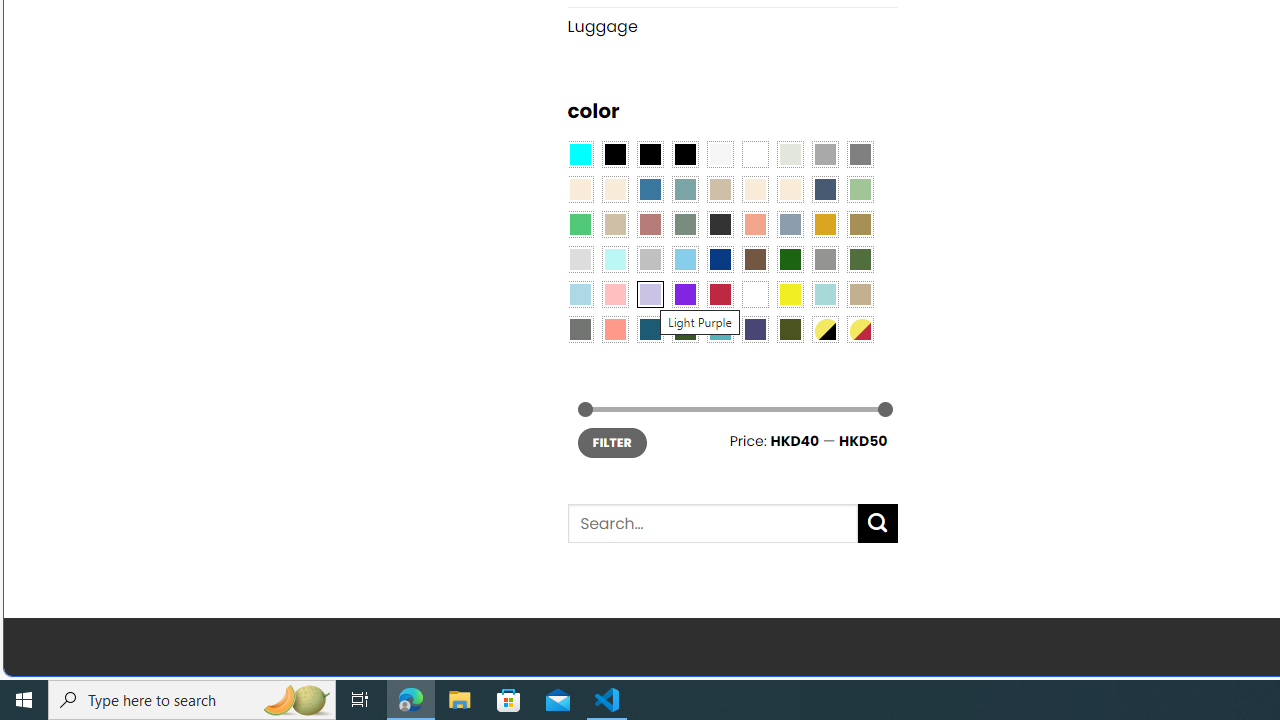 Image resolution: width=1280 pixels, height=720 pixels. What do you see at coordinates (860, 328) in the screenshot?
I see `'Yellow-Red'` at bounding box center [860, 328].